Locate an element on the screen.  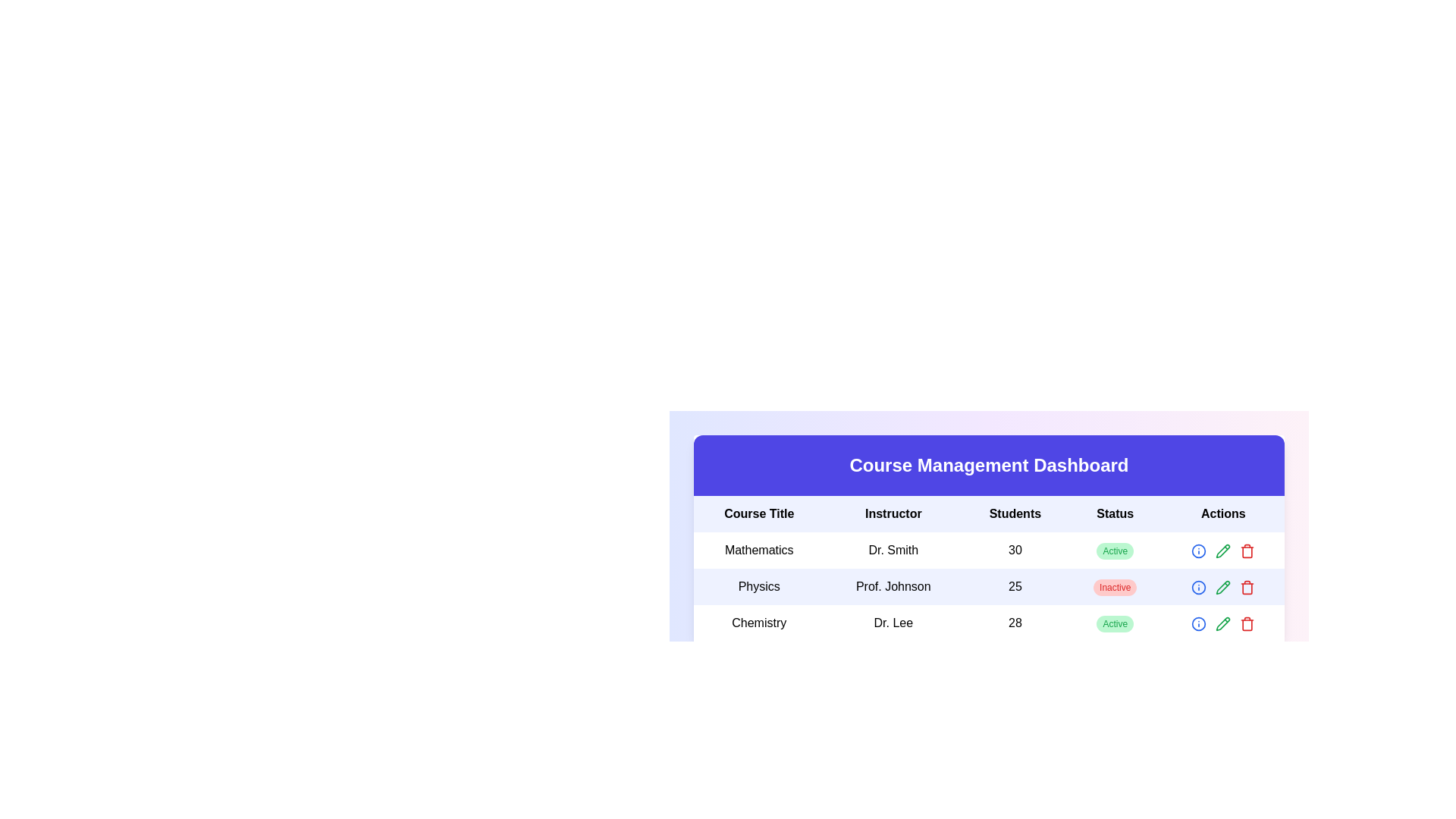
the 'Students' text label in the table header, which is the third entry from the left, rendered in bold black font is located at coordinates (1015, 513).